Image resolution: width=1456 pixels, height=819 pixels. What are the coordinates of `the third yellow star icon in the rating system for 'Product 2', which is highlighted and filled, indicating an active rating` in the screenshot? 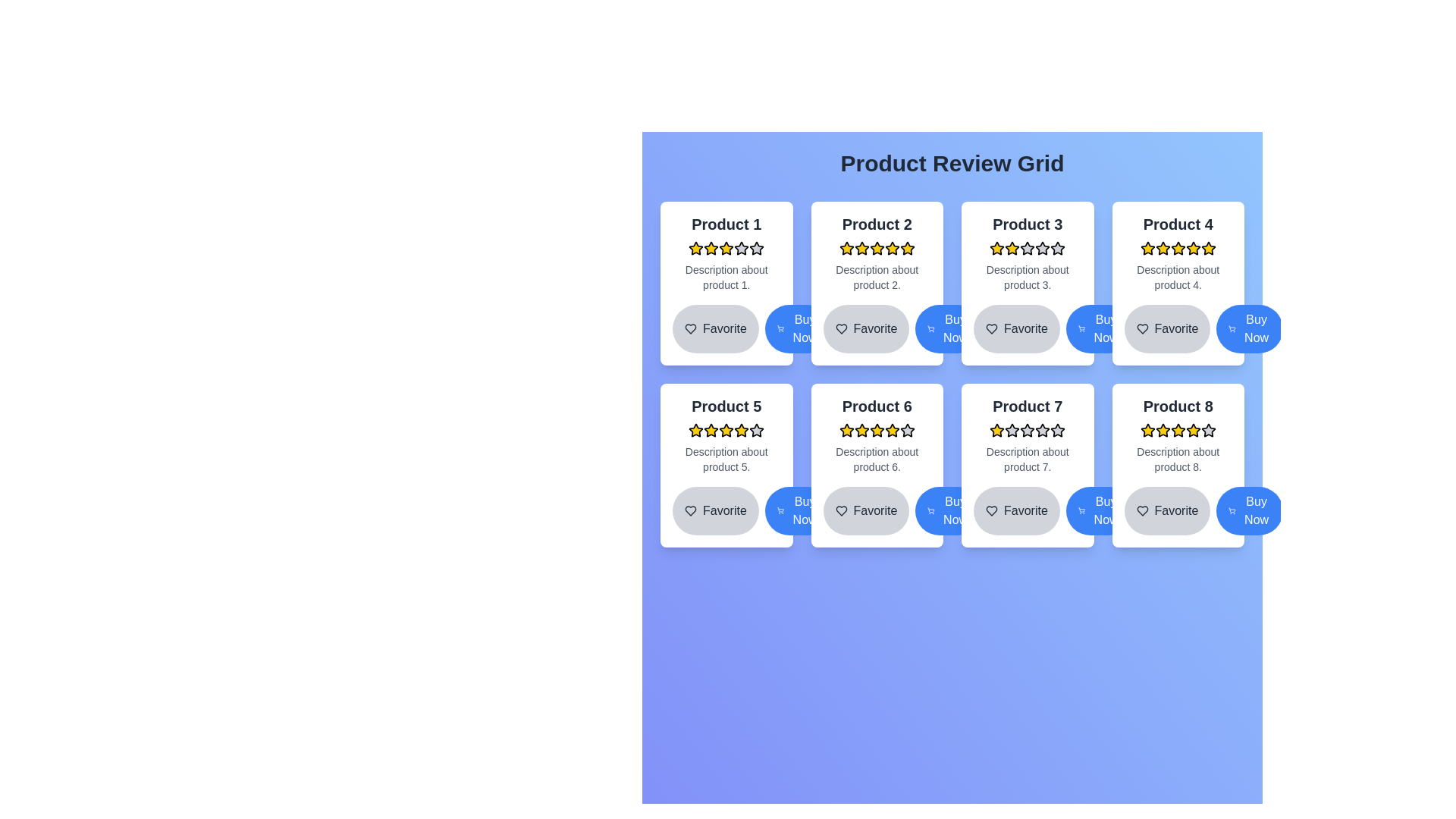 It's located at (907, 247).